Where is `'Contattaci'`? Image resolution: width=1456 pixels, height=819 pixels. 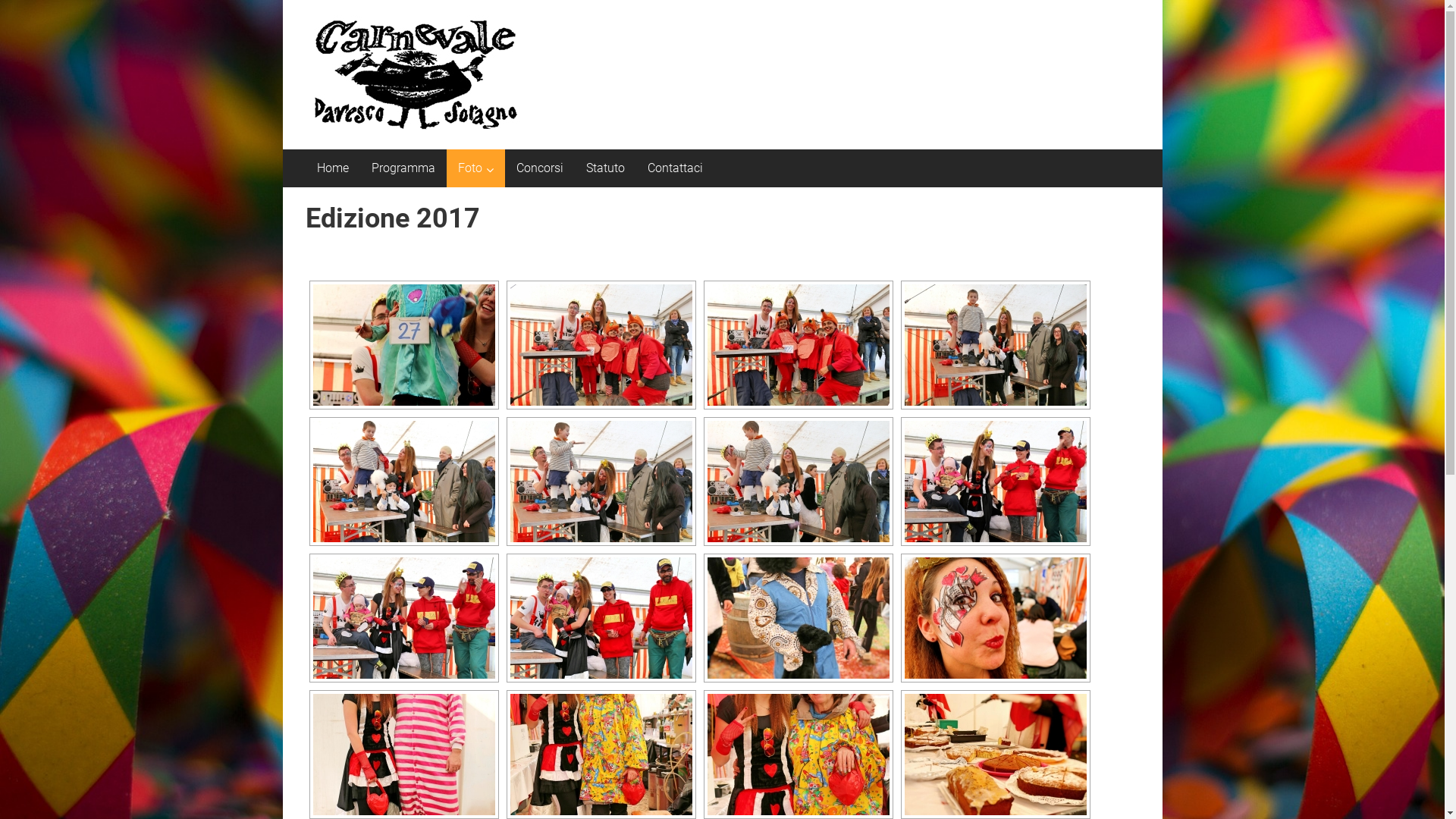
'Contattaci' is located at coordinates (674, 168).